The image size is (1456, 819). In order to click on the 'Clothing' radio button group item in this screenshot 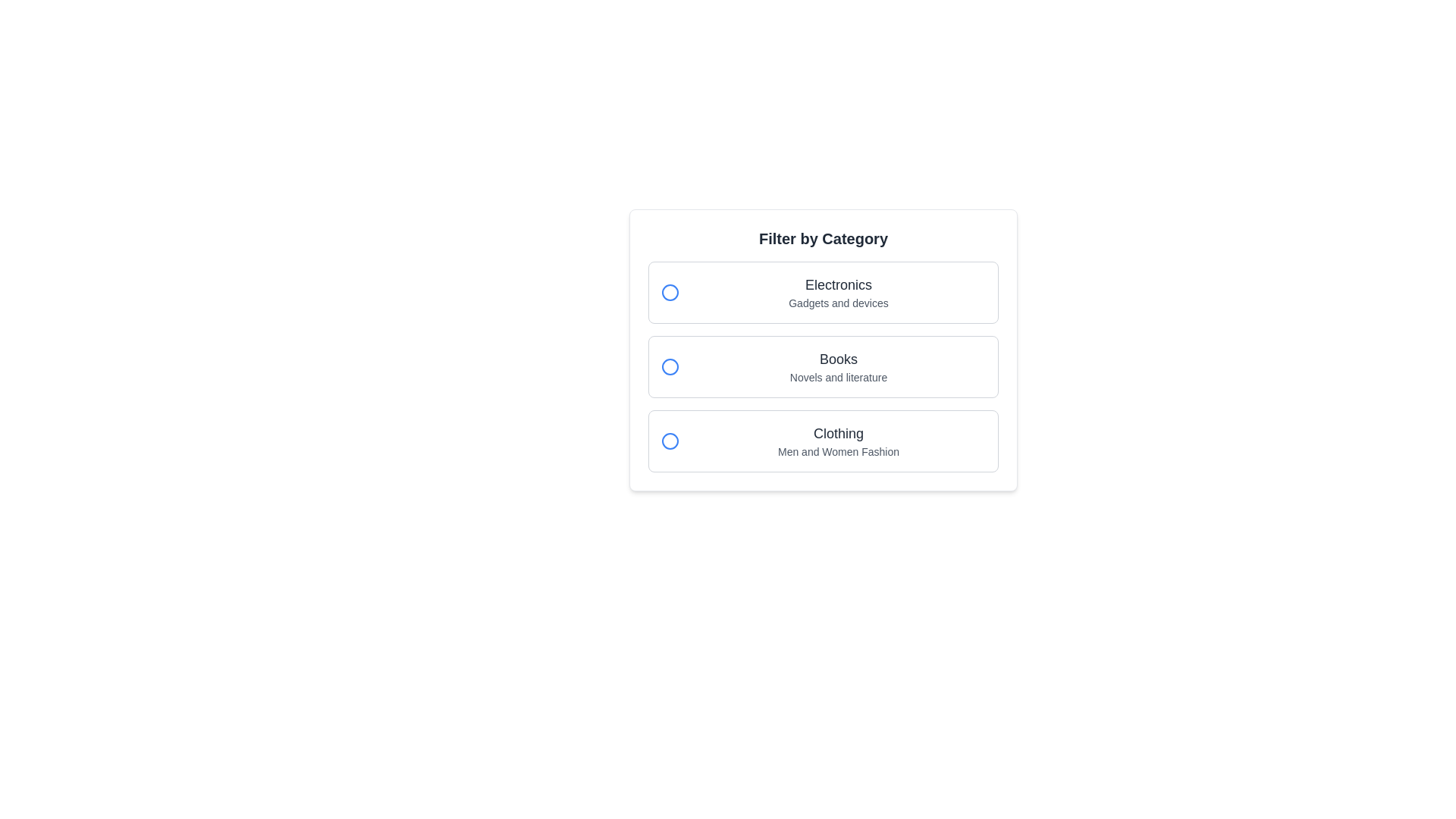, I will do `click(822, 441)`.